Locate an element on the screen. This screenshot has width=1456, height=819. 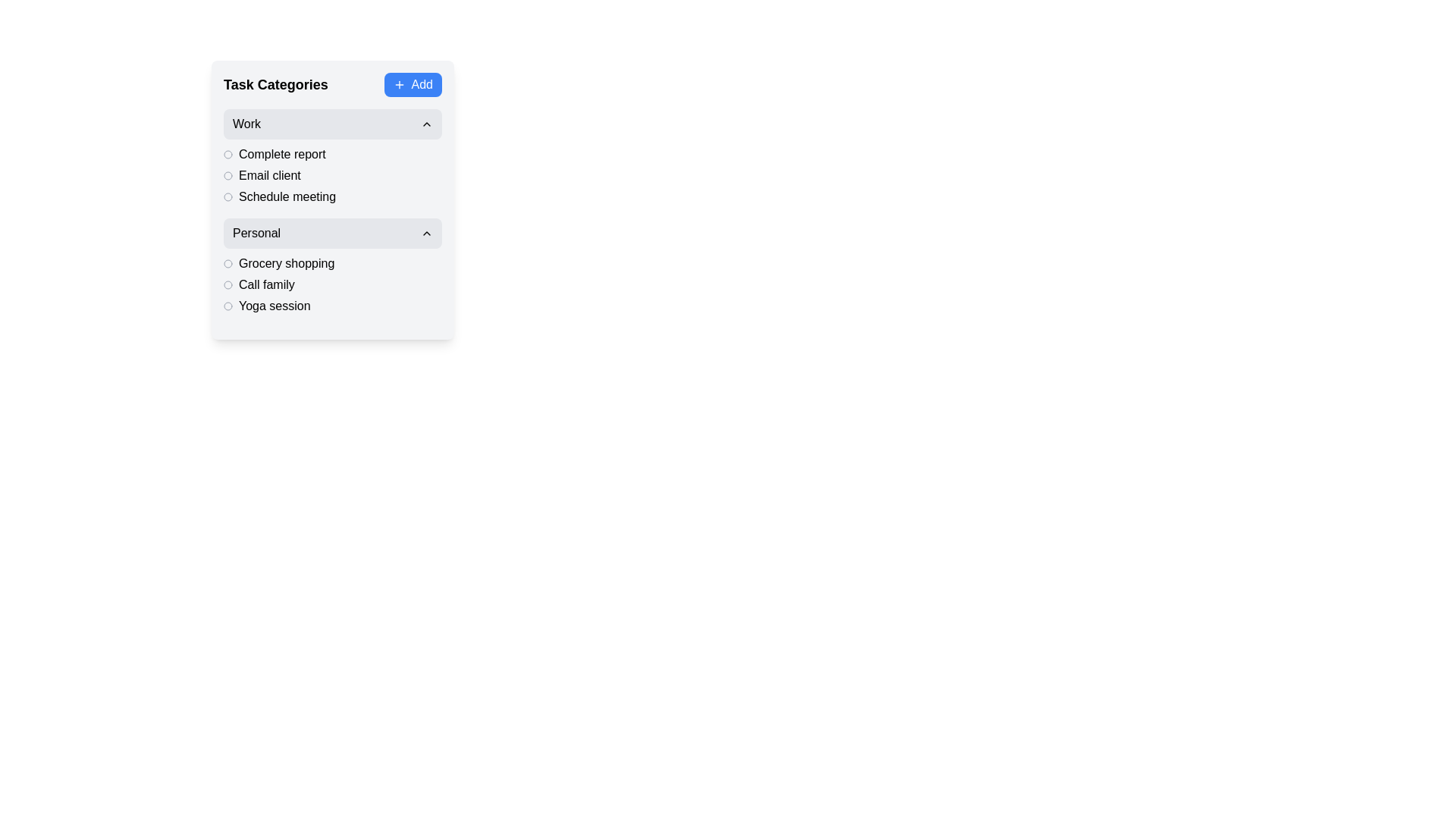
the SVG circle graphic that serves as a decorative or interactive indicator for the 'Call family' list item in the 'Personal' dropdown section is located at coordinates (227, 284).